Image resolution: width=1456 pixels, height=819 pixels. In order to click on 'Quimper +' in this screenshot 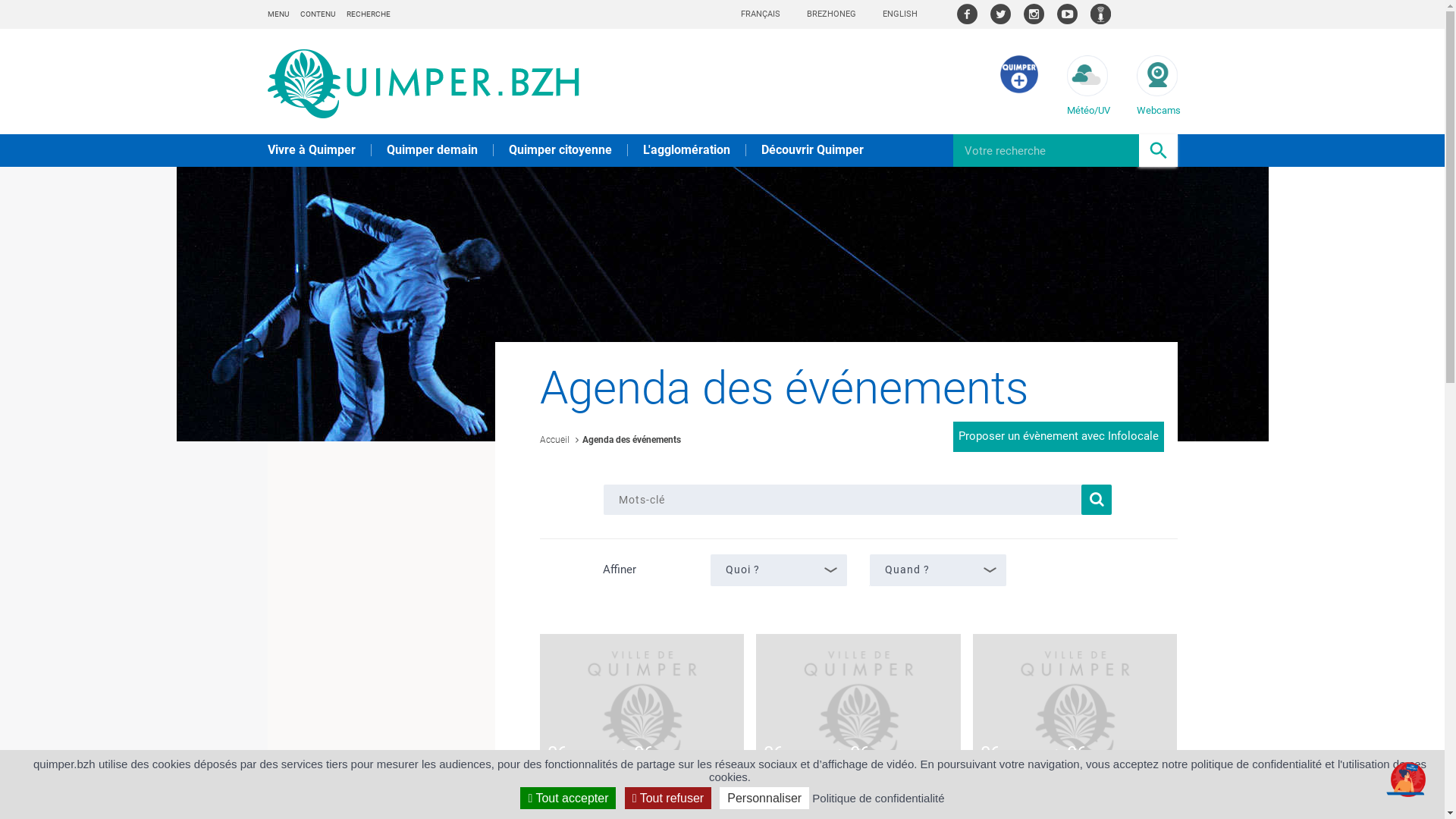, I will do `click(1018, 89)`.